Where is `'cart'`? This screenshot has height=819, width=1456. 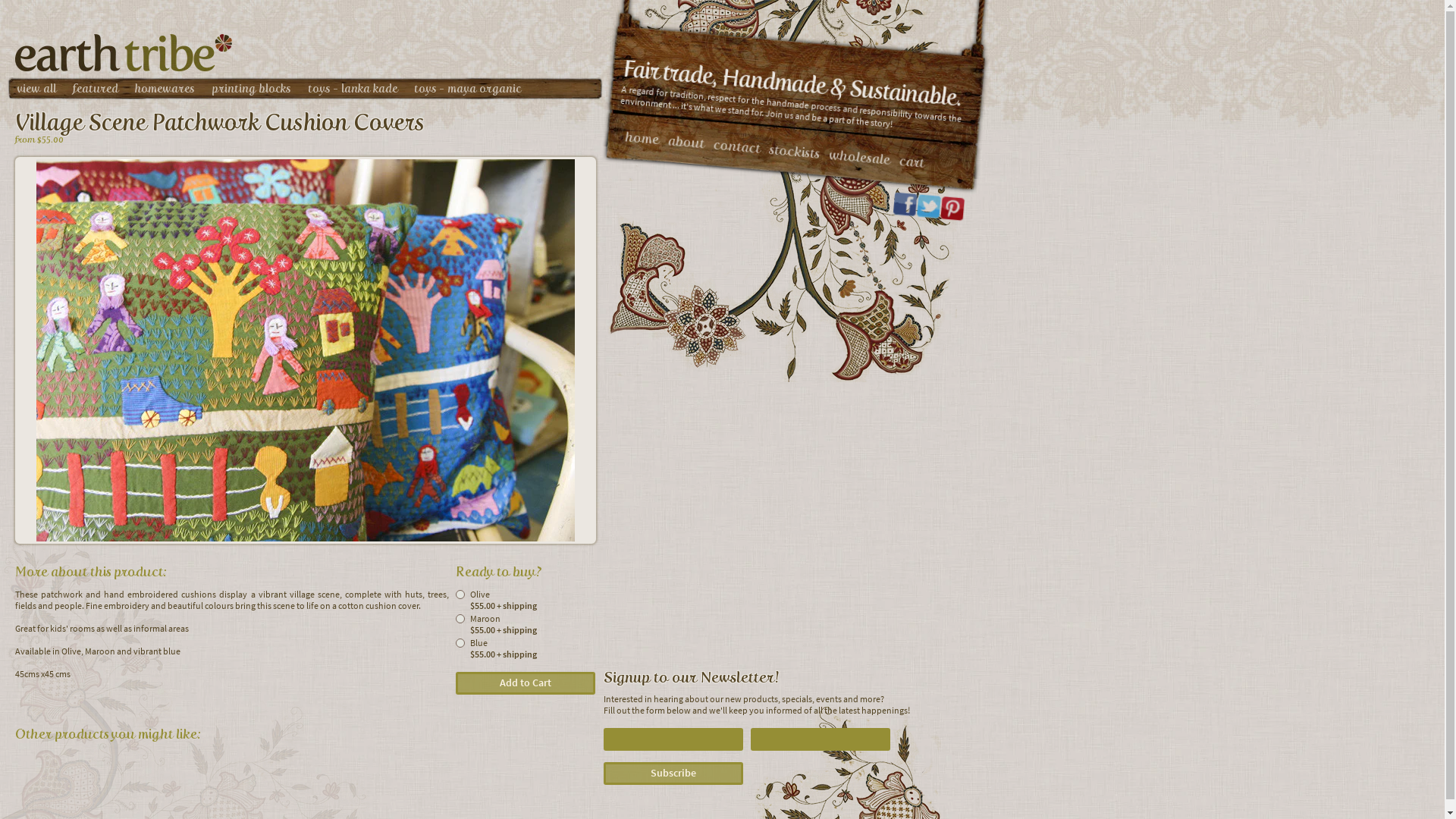 'cart' is located at coordinates (910, 161).